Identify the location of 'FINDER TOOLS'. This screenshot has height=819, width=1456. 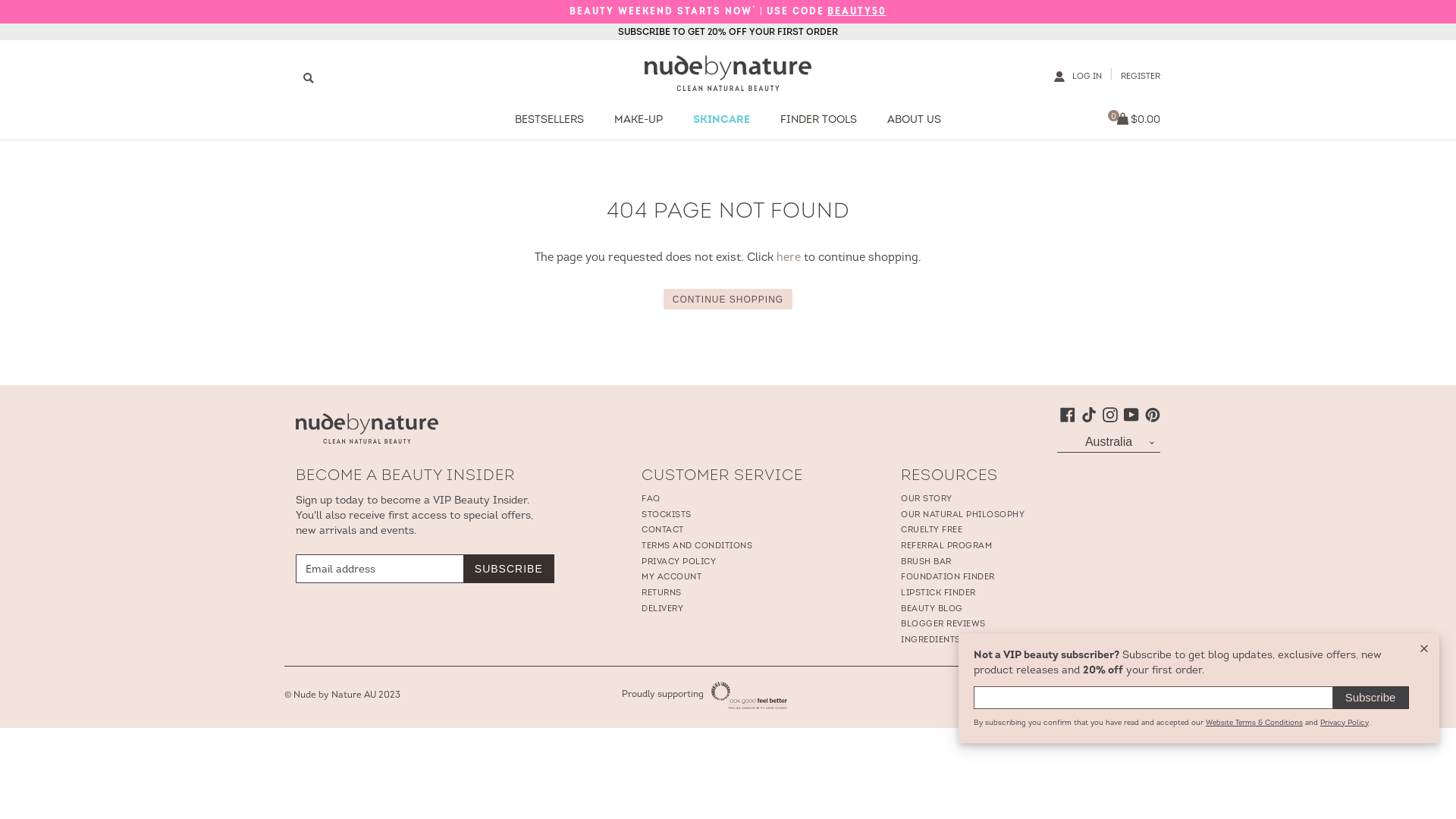
(817, 118).